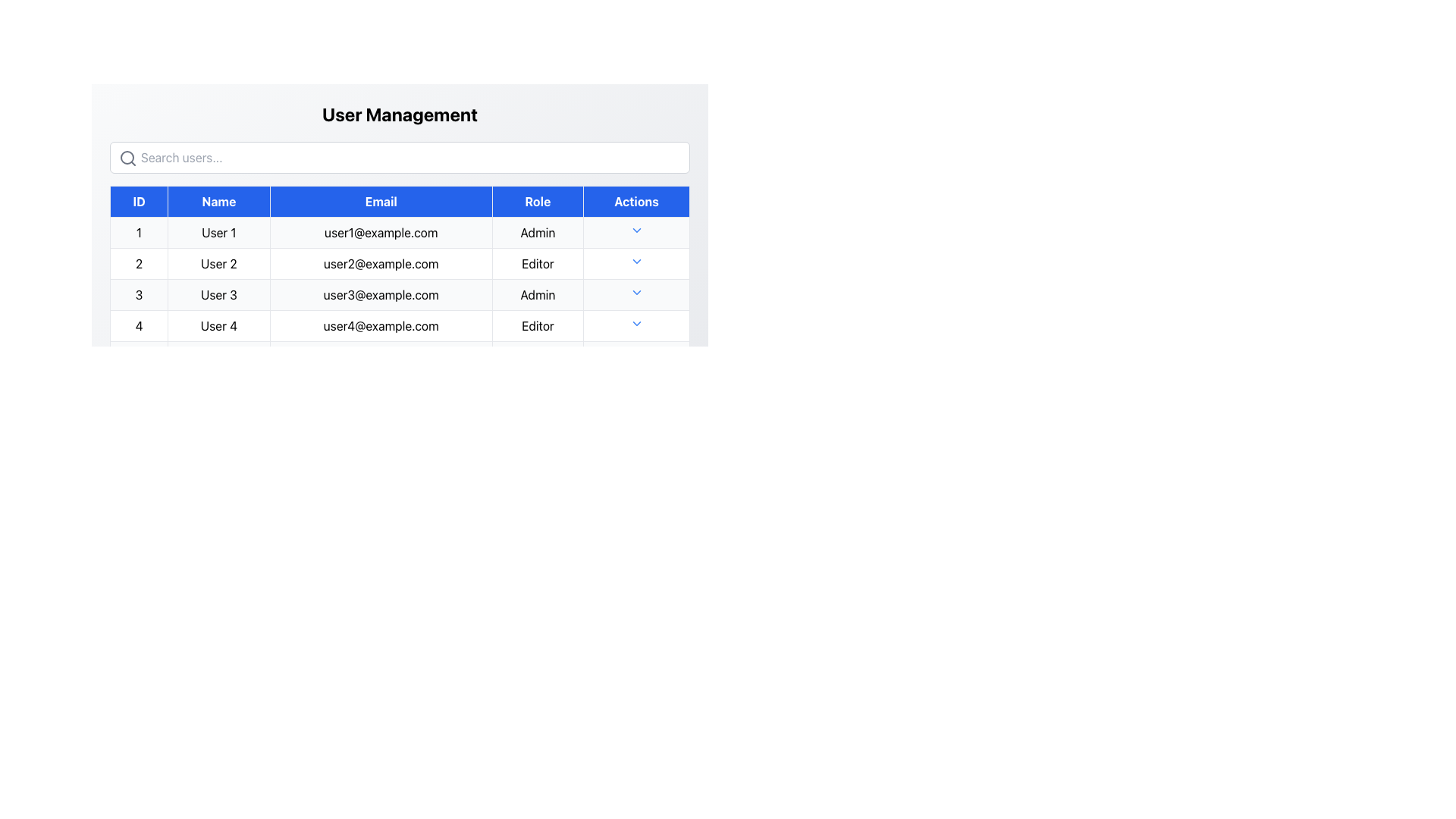 Image resolution: width=1456 pixels, height=819 pixels. I want to click on to select or highlight the email address displayed for 'User 2' in the third column labeled 'Email' of the table, so click(381, 262).